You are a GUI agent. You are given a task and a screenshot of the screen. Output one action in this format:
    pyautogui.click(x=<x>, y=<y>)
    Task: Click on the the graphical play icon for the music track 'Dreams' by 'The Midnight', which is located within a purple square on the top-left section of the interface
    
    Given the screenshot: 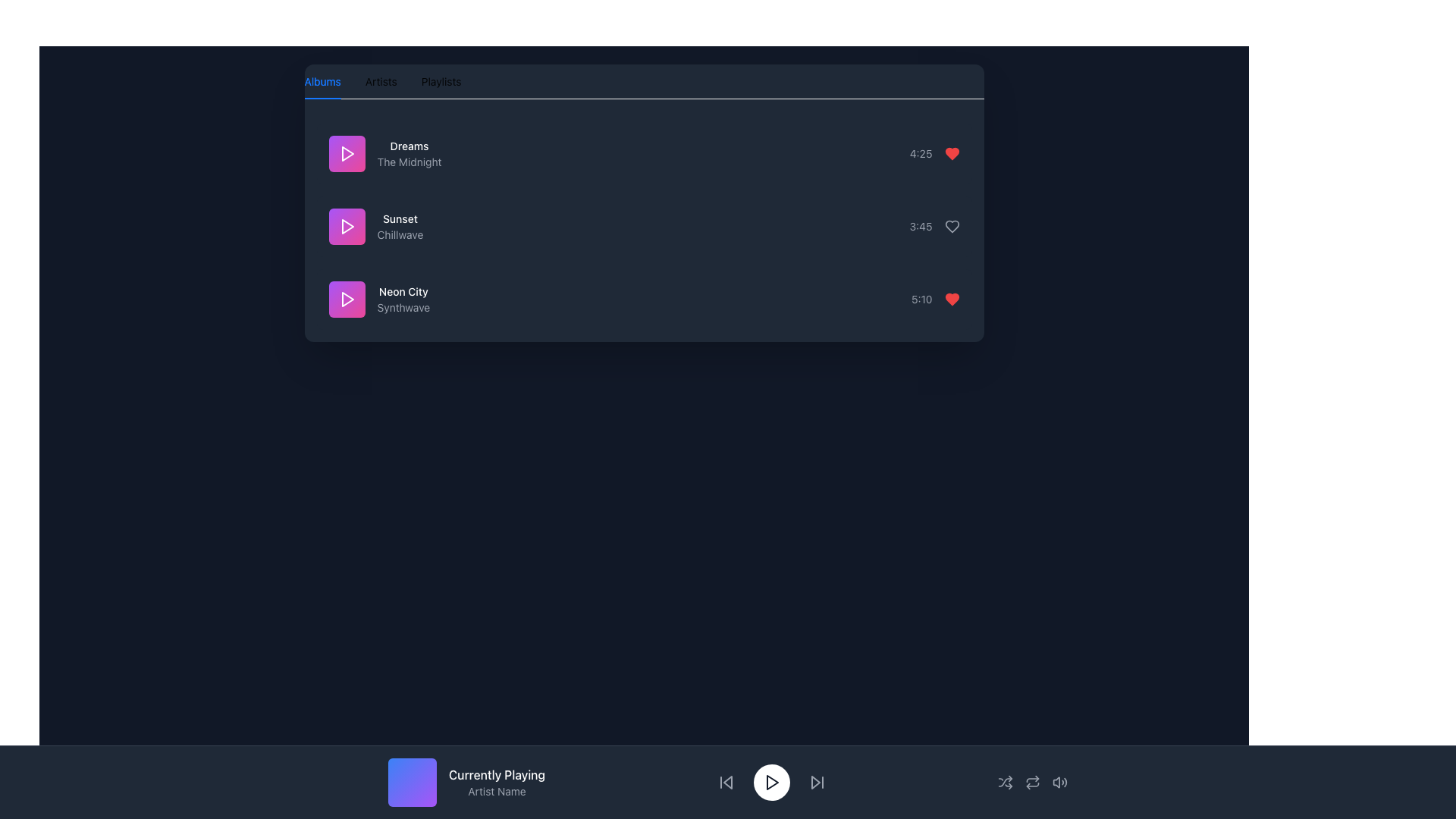 What is the action you would take?
    pyautogui.click(x=347, y=154)
    